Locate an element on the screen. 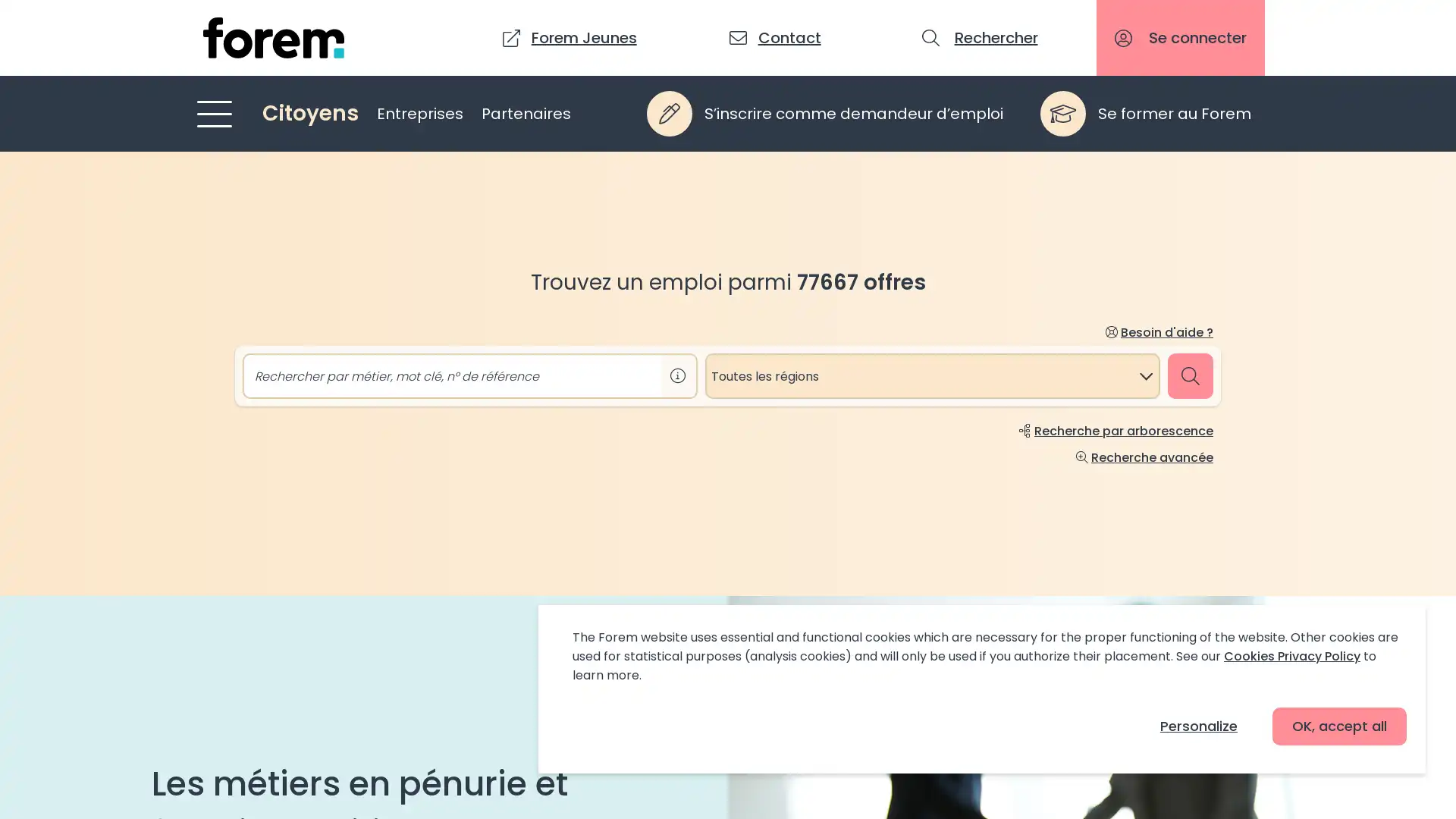 Image resolution: width=1456 pixels, height=819 pixels. Rechercher par mots cles dans le site Rechercher is located at coordinates (981, 37).